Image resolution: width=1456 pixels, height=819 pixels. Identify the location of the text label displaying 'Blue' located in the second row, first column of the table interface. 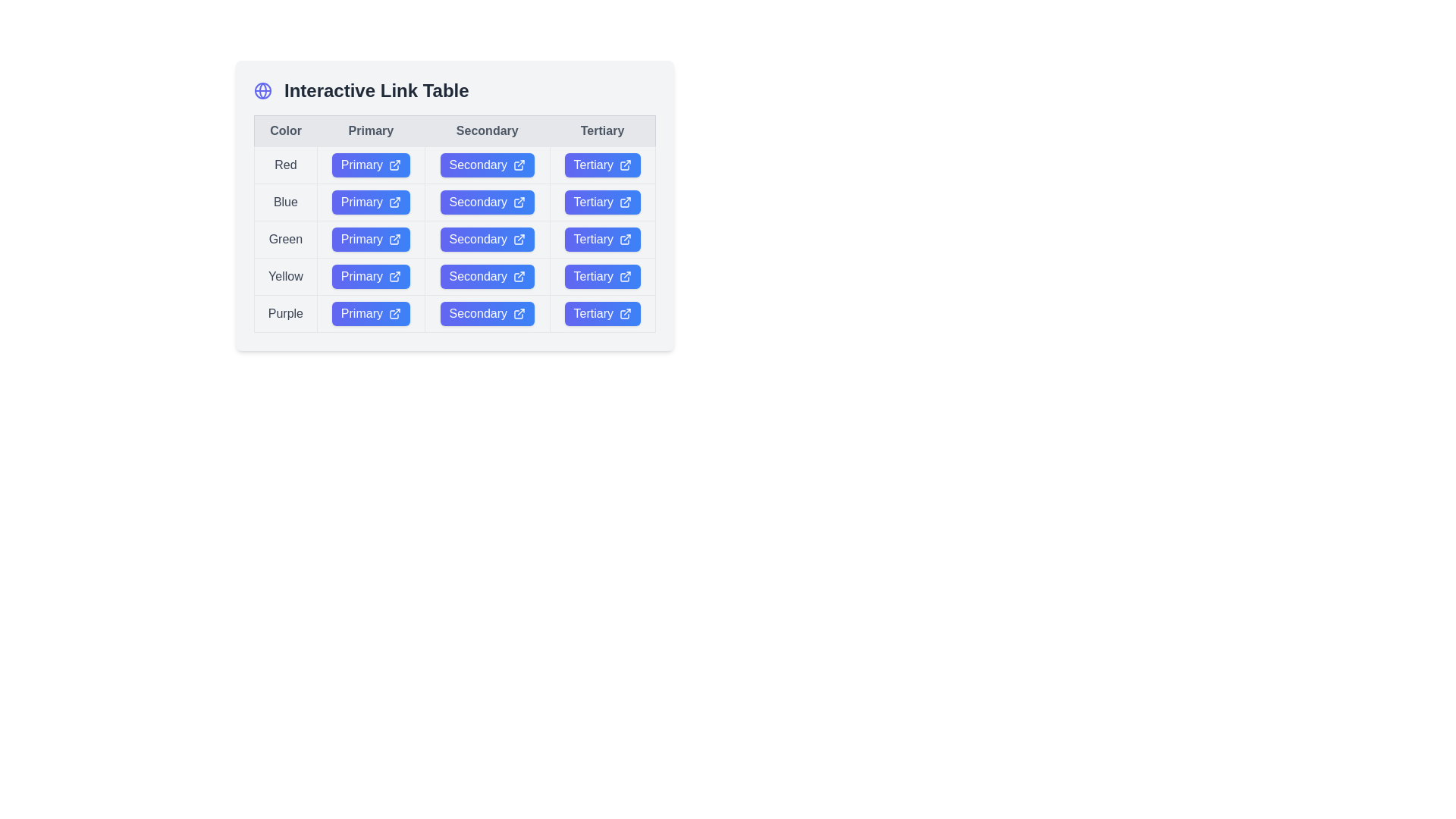
(285, 201).